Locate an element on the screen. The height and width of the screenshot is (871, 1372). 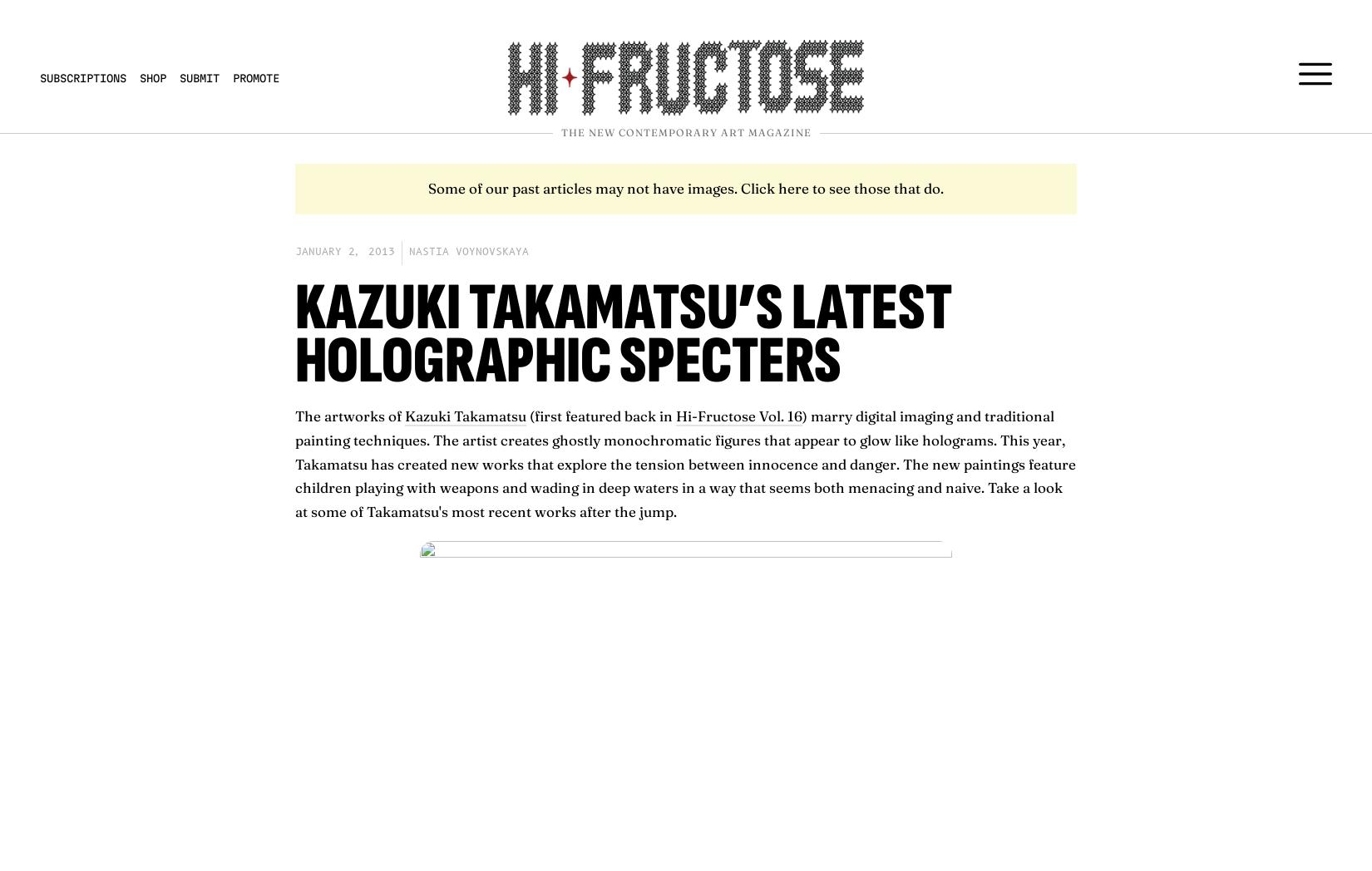
'Nastia Voynovskaya' is located at coordinates (467, 251).